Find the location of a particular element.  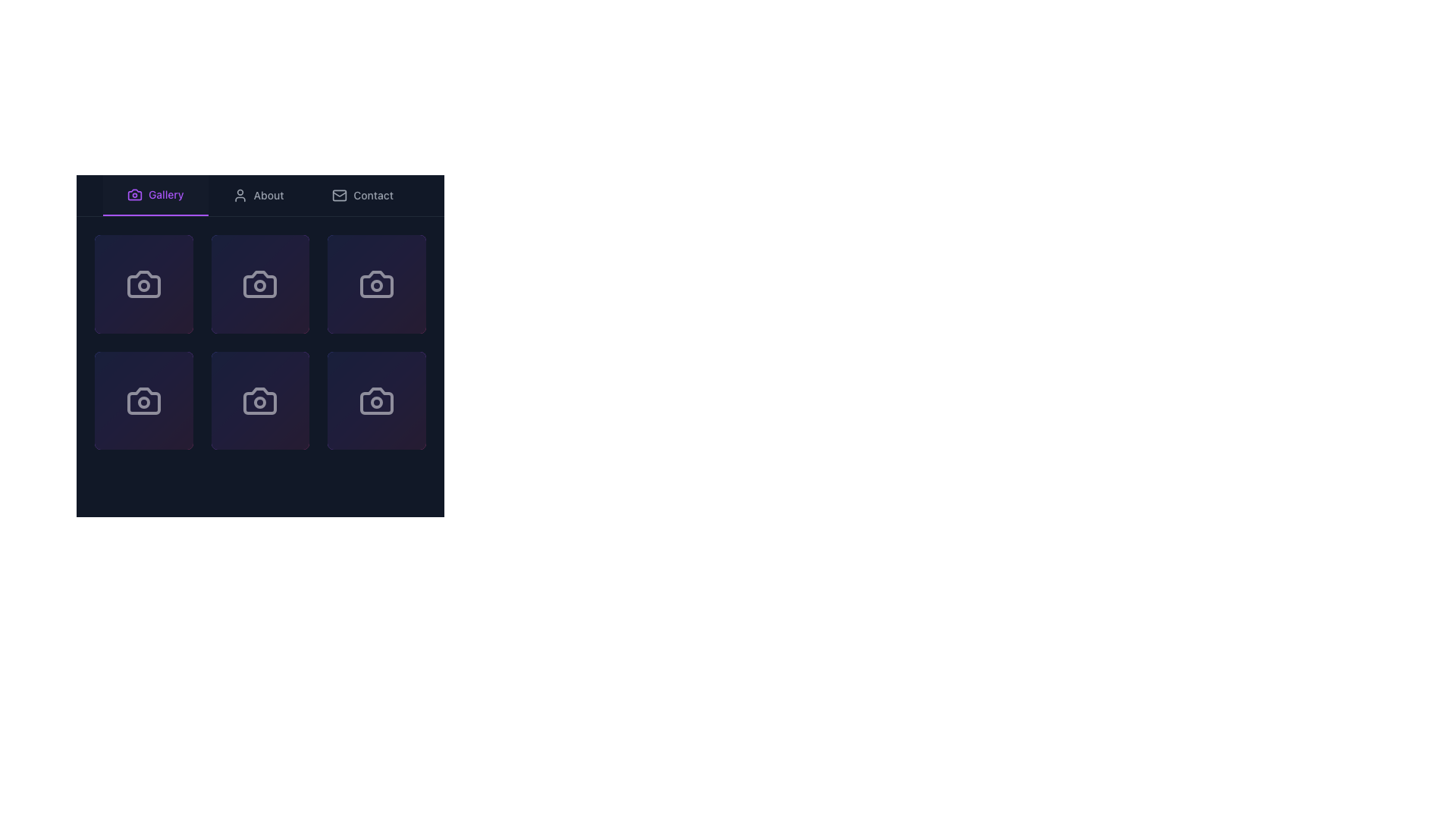

the circular graphic detail representing the camera's lens in the middle row, second column of a 3x2 grid of icons is located at coordinates (260, 401).